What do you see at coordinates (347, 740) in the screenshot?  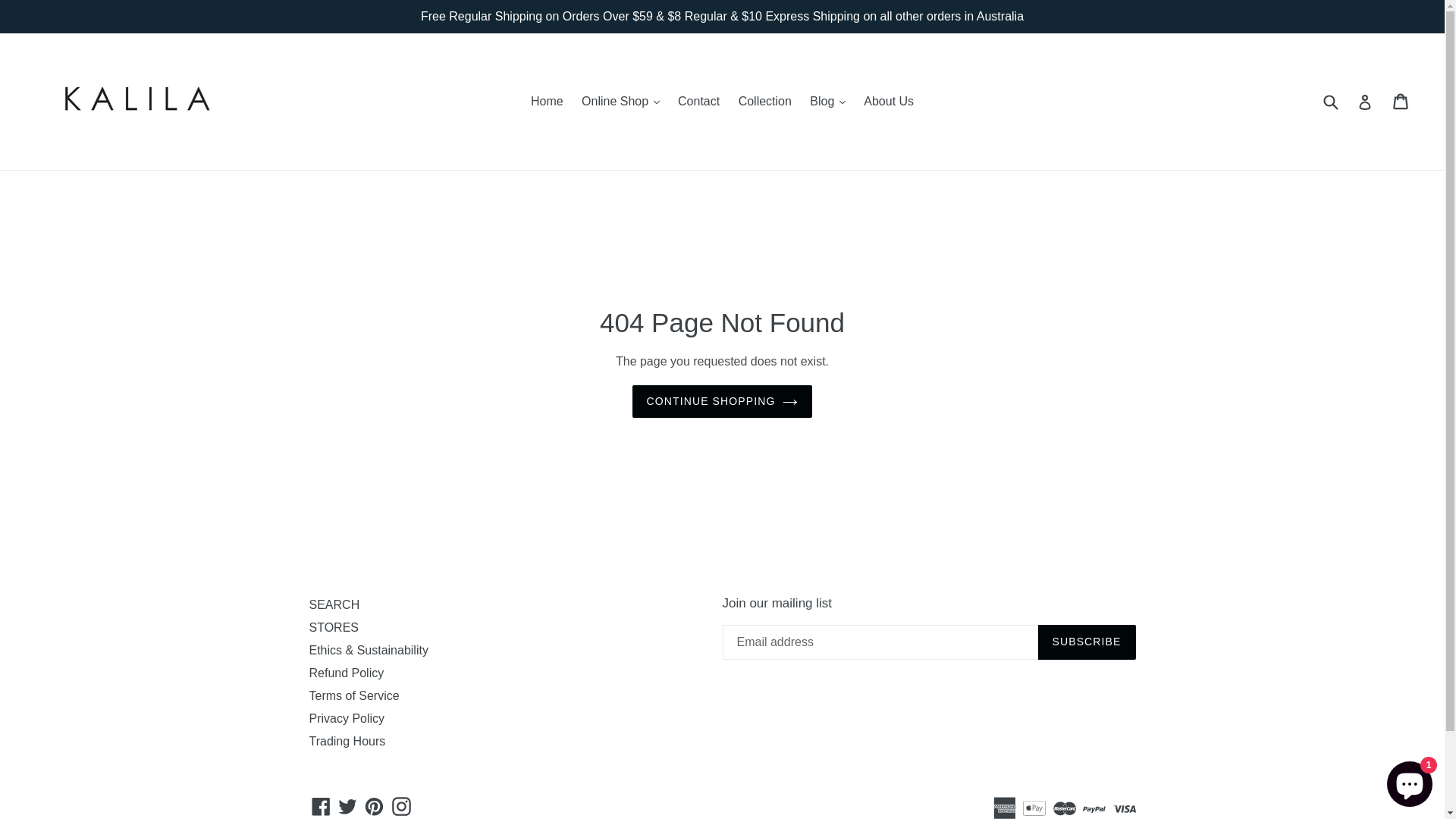 I see `'Trading Hours'` at bounding box center [347, 740].